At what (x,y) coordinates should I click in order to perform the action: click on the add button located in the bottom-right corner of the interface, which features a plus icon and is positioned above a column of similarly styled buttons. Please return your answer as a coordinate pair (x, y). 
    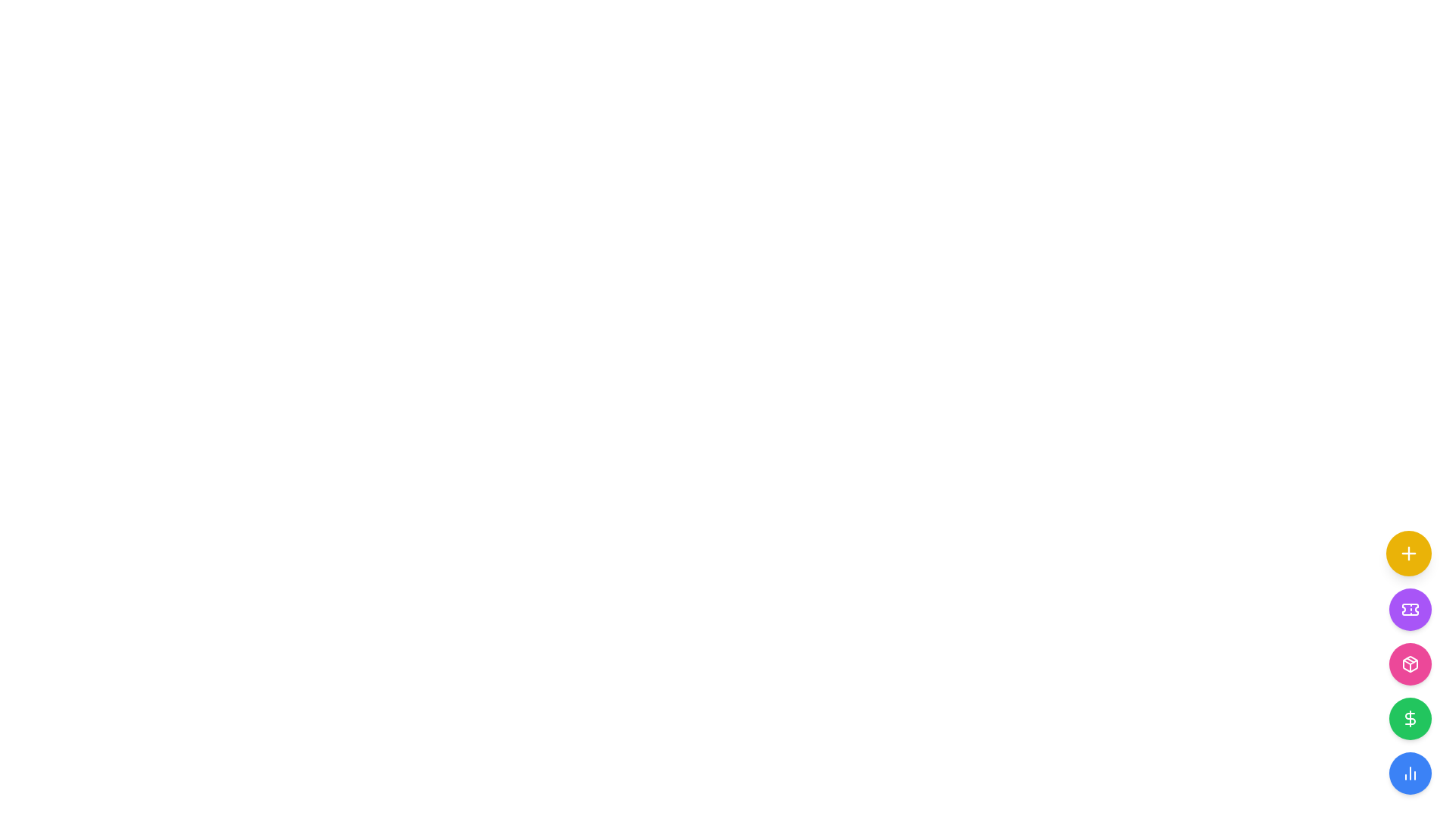
    Looking at the image, I should click on (1407, 553).